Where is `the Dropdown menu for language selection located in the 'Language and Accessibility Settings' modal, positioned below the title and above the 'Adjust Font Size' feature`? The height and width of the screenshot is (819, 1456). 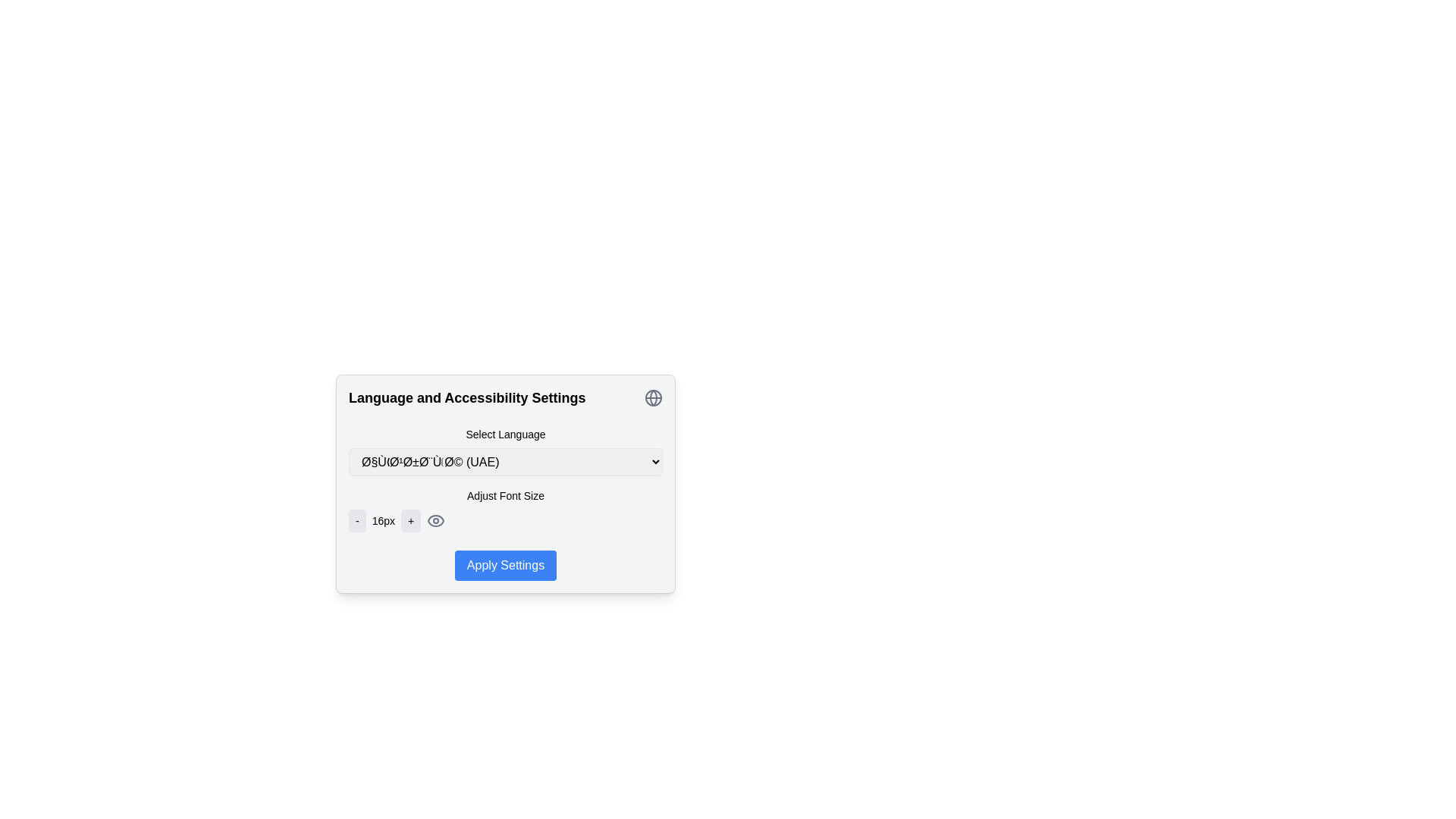 the Dropdown menu for language selection located in the 'Language and Accessibility Settings' modal, positioned below the title and above the 'Adjust Font Size' feature is located at coordinates (506, 450).